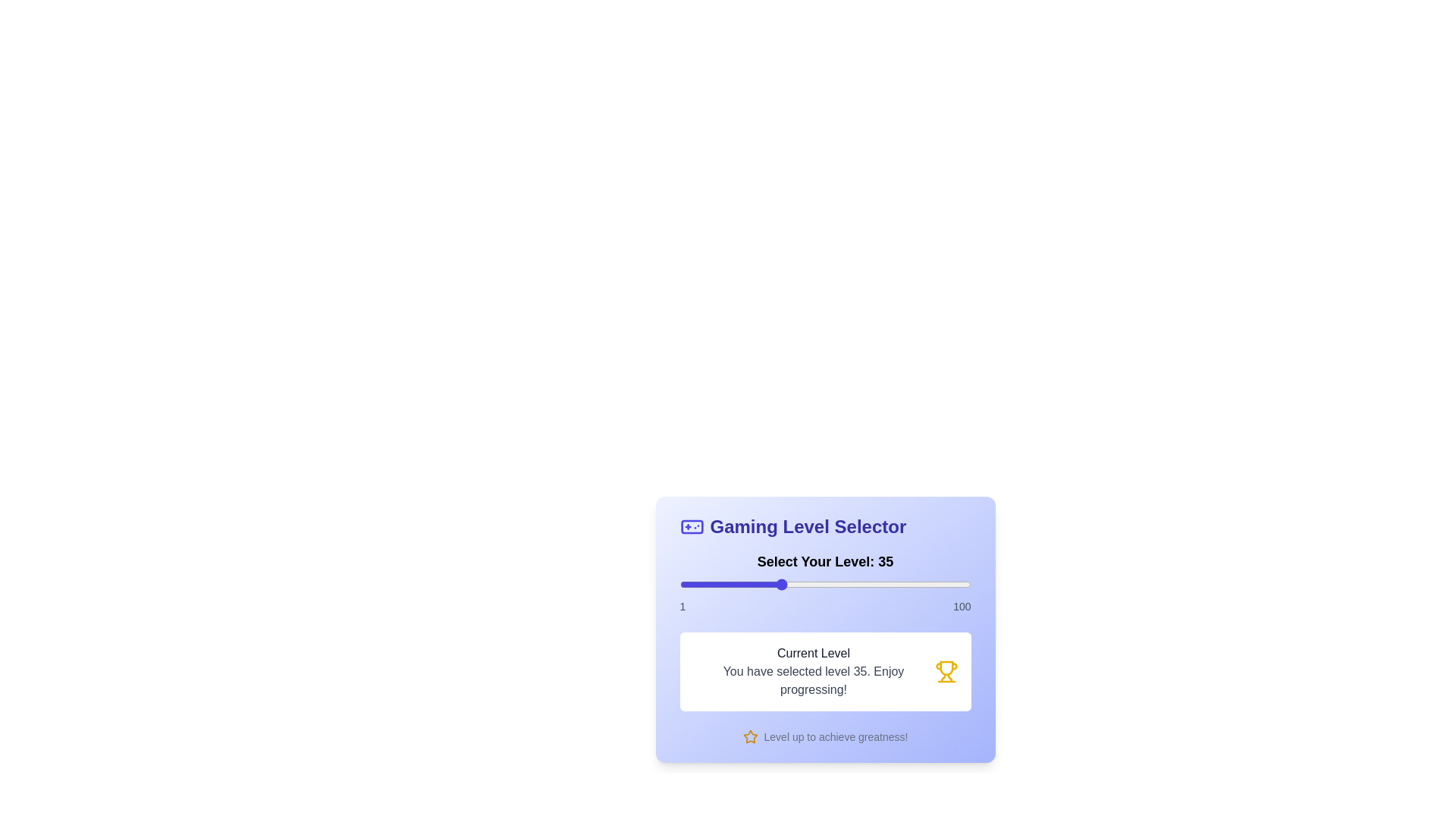 Image resolution: width=1456 pixels, height=819 pixels. I want to click on the slider level, so click(964, 584).